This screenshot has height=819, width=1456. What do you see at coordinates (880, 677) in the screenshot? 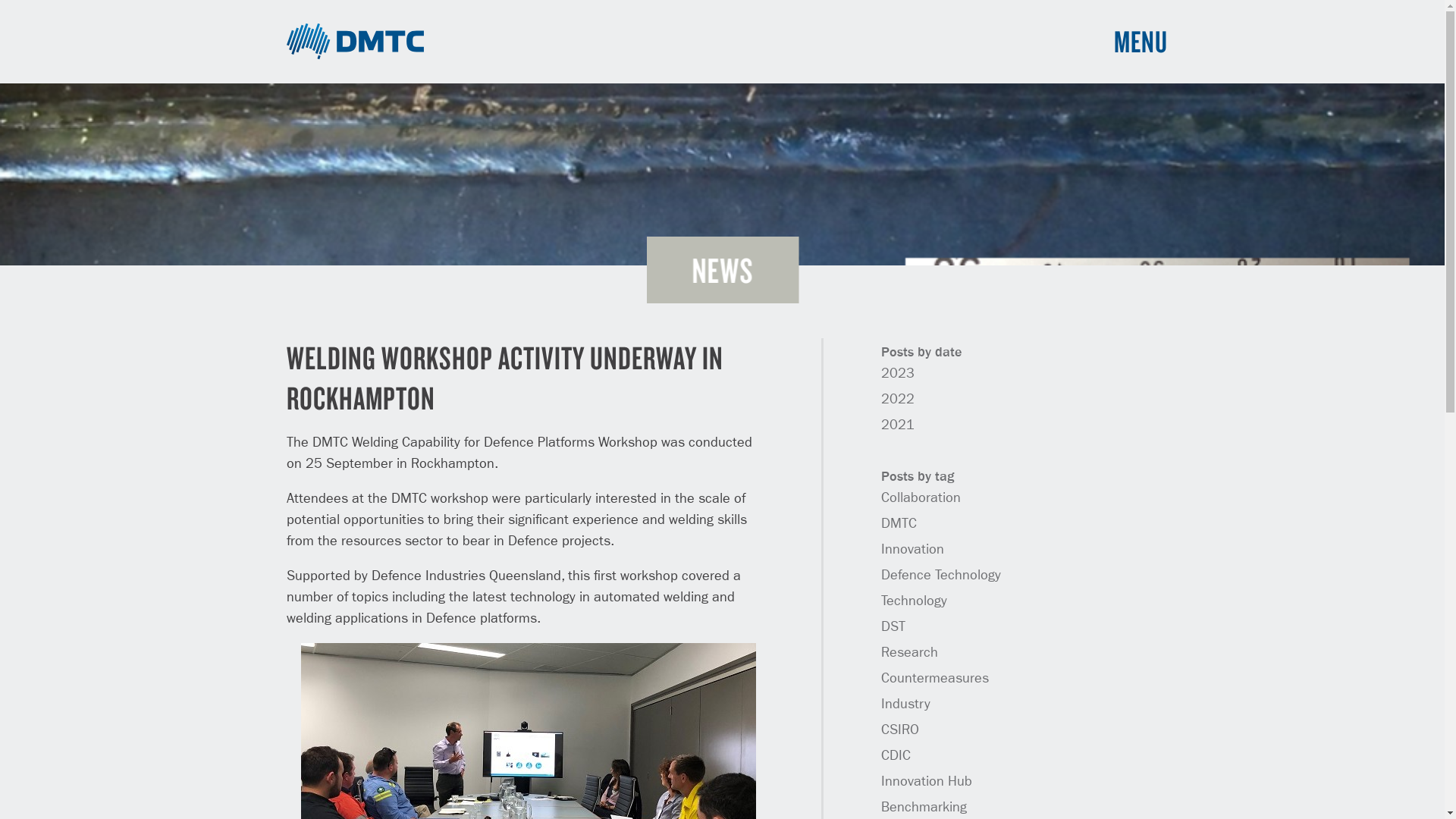
I see `'Countermeasures'` at bounding box center [880, 677].